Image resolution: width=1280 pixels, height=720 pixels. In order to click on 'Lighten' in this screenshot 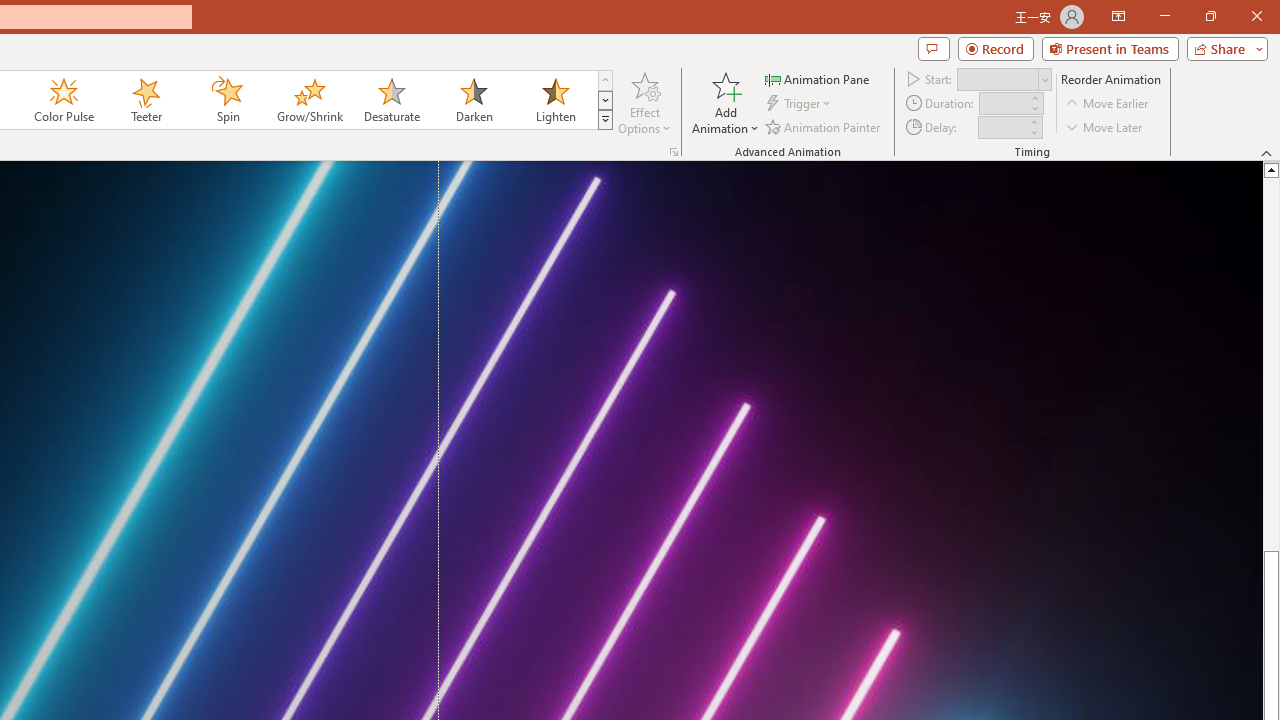, I will do `click(555, 100)`.